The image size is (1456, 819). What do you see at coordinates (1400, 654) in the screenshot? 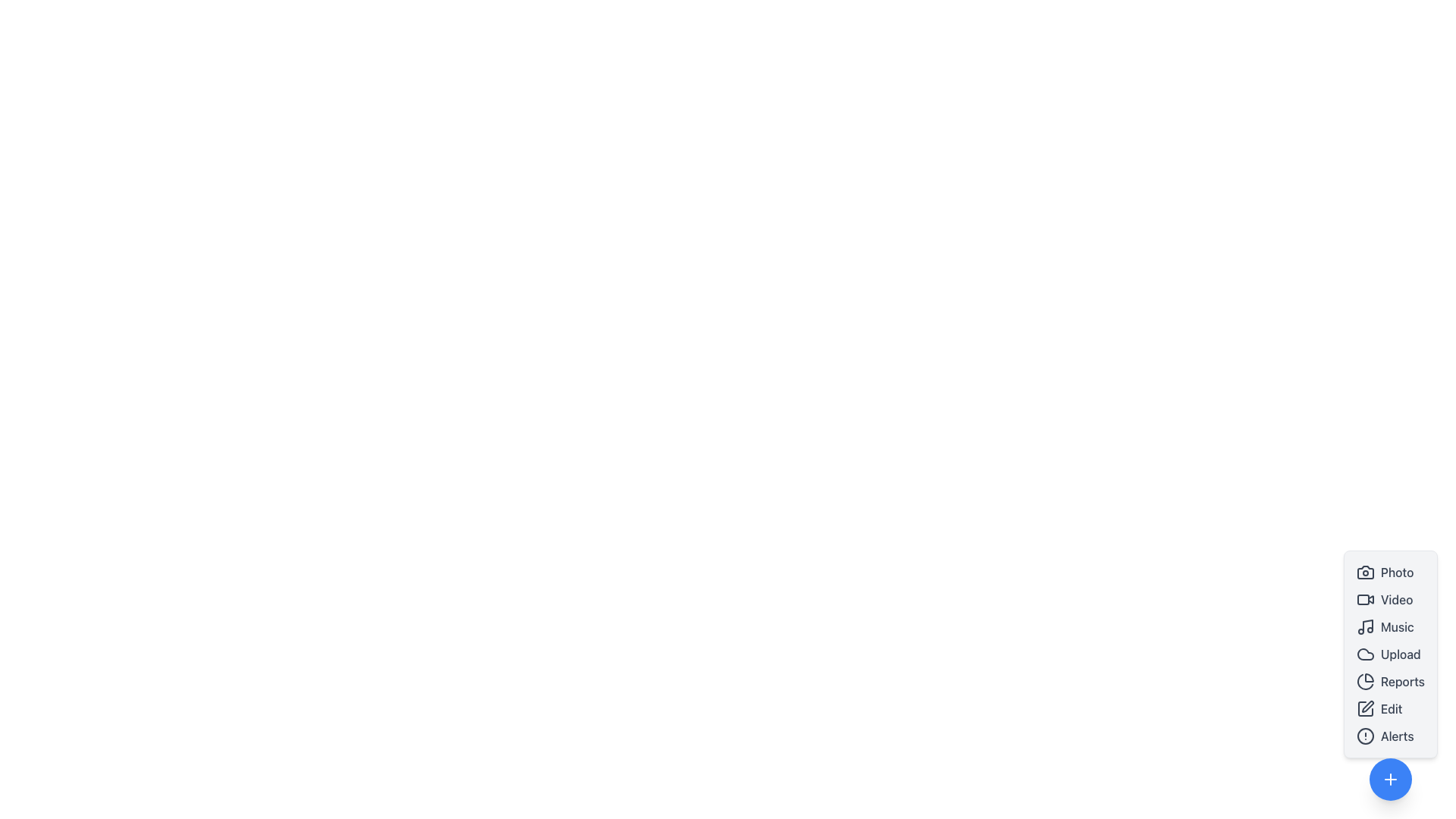
I see `the 'Upload' text label, which is displayed in medium font weight and colored gray by default, located adjacent to a cloud icon in the vertical menu on the right side of the interface` at bounding box center [1400, 654].